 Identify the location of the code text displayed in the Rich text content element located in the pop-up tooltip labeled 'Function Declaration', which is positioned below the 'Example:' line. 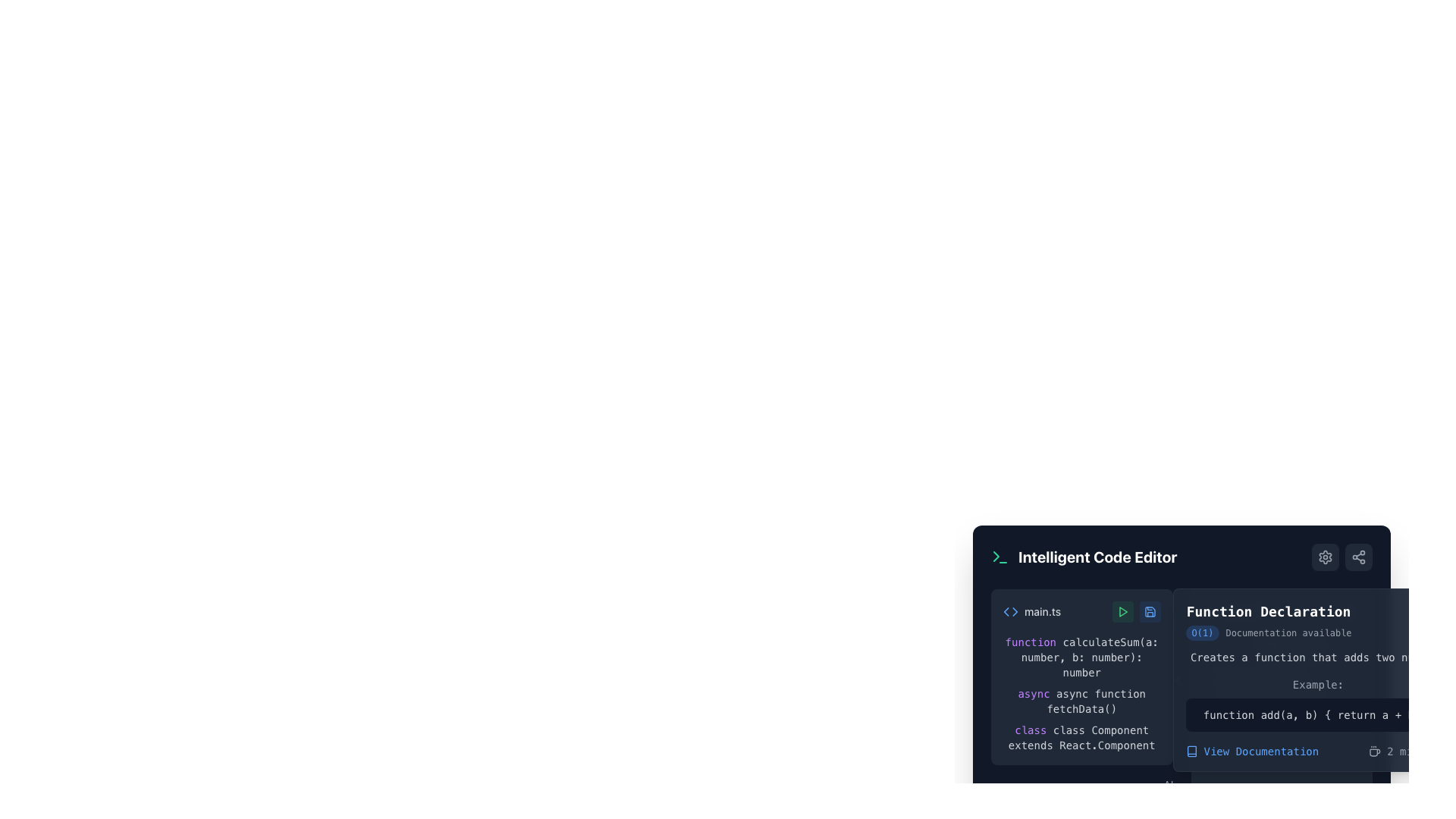
(1317, 704).